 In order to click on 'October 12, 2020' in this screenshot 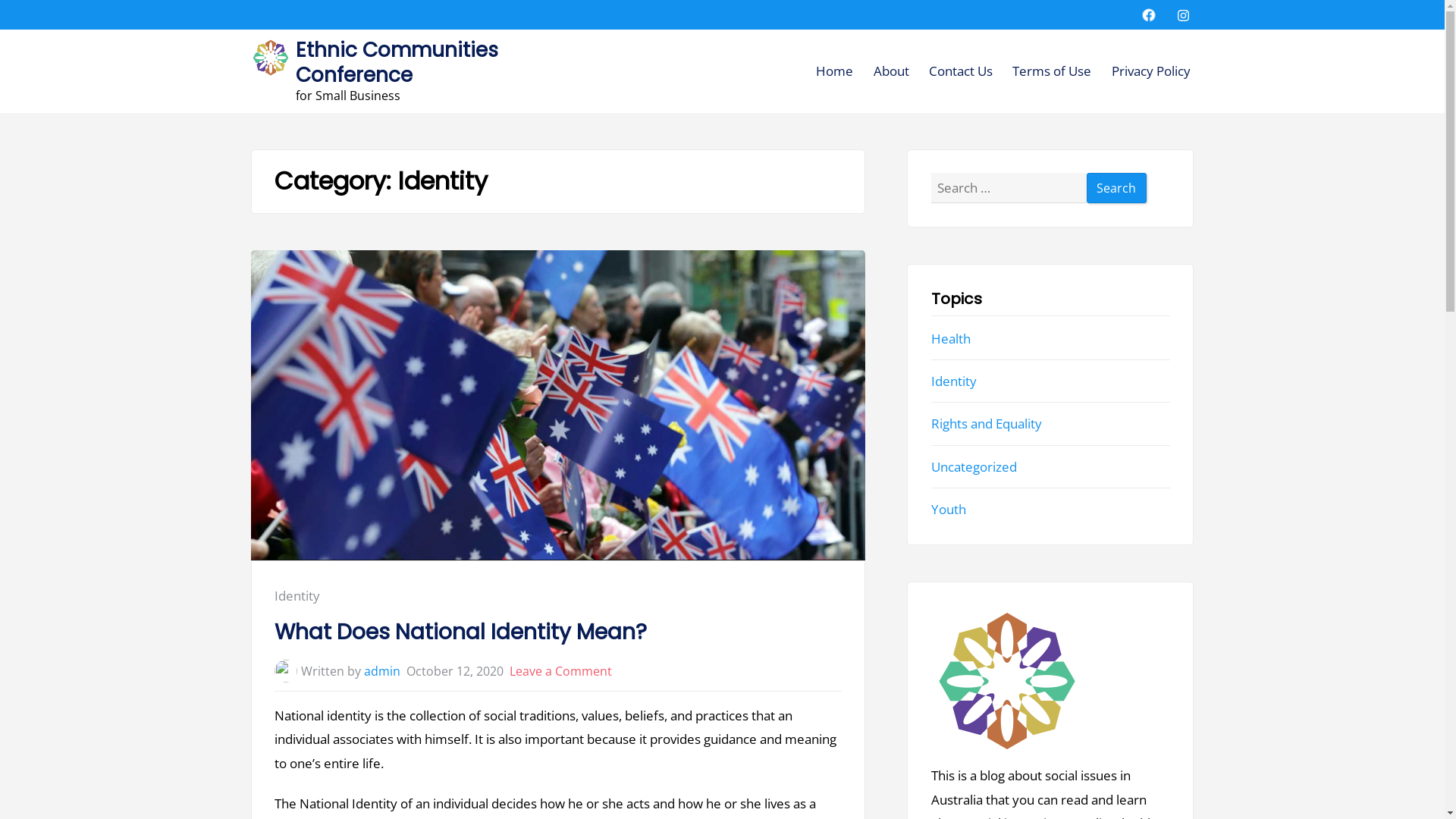, I will do `click(454, 670)`.